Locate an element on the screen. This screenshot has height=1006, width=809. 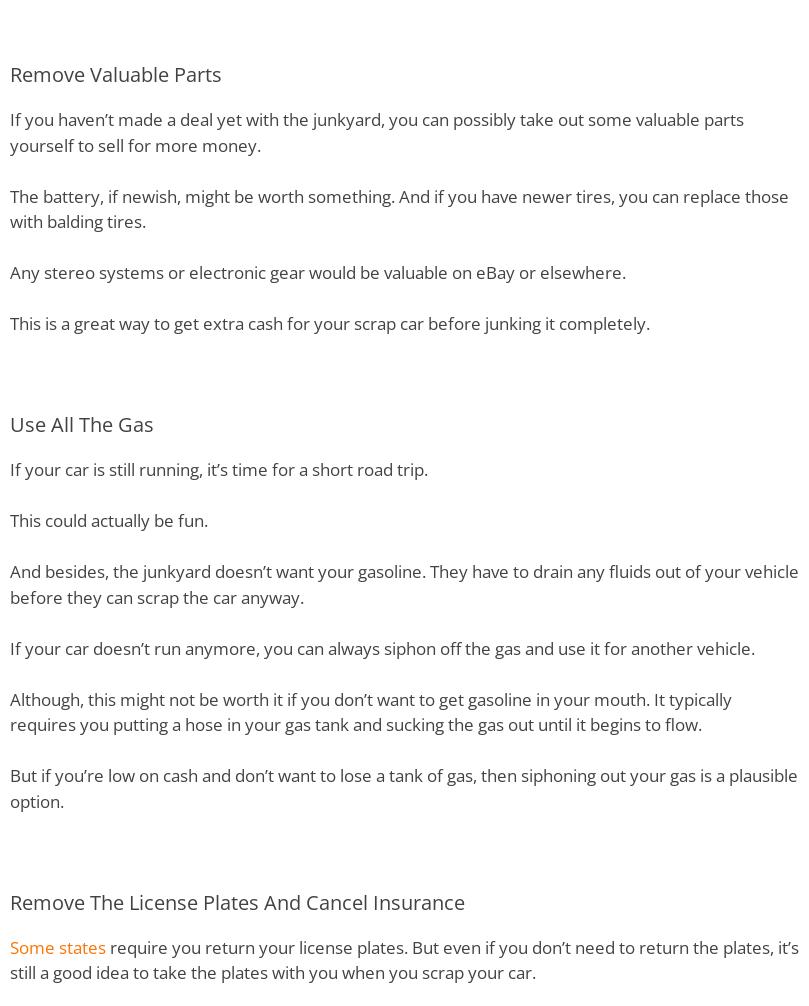
'If you haven’t made a deal yet with the junkyard, you can possibly take out some valuable parts yourself to sell for more money.' is located at coordinates (376, 131).